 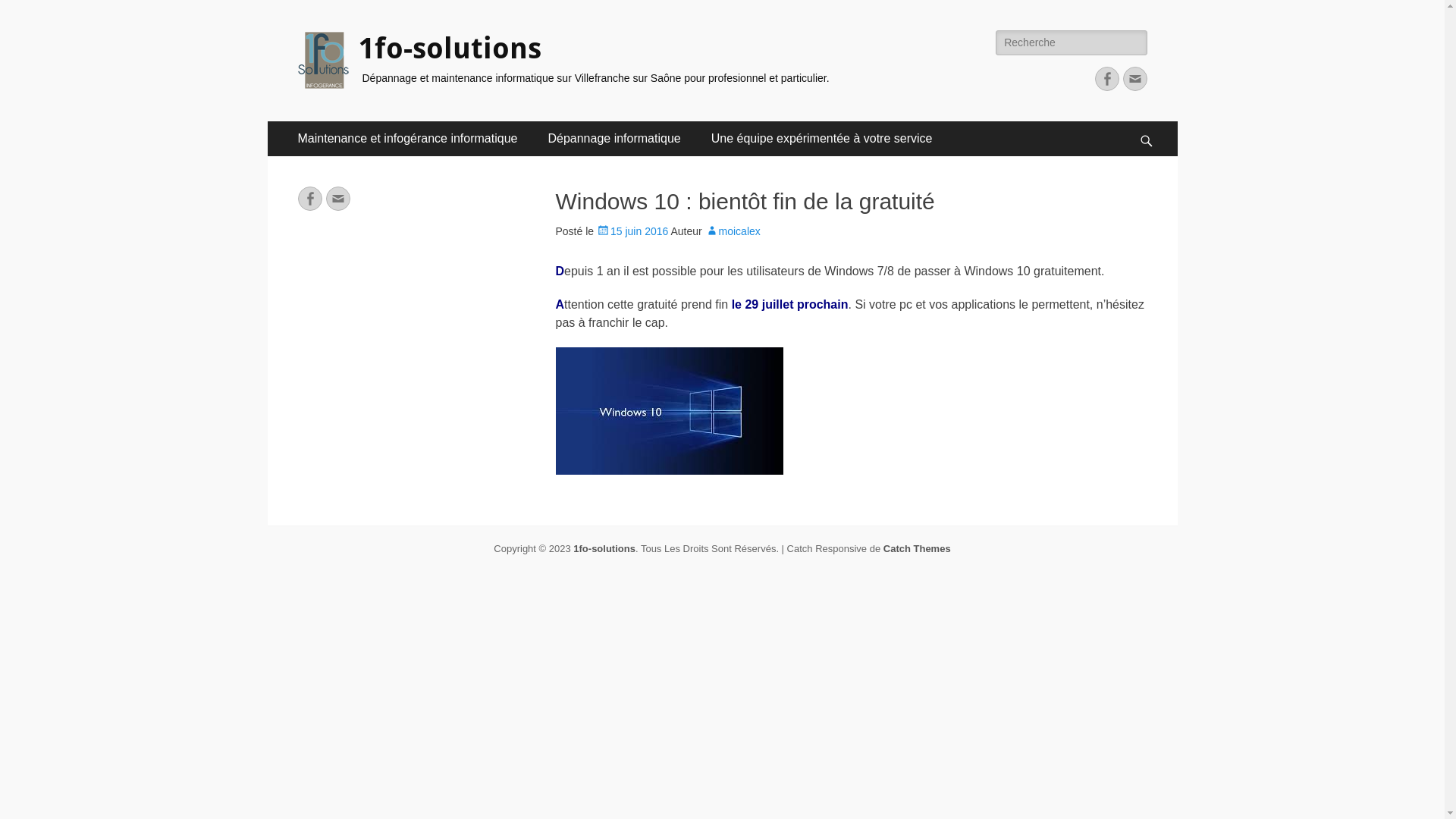 What do you see at coordinates (603, 548) in the screenshot?
I see `'1fo-solutions'` at bounding box center [603, 548].